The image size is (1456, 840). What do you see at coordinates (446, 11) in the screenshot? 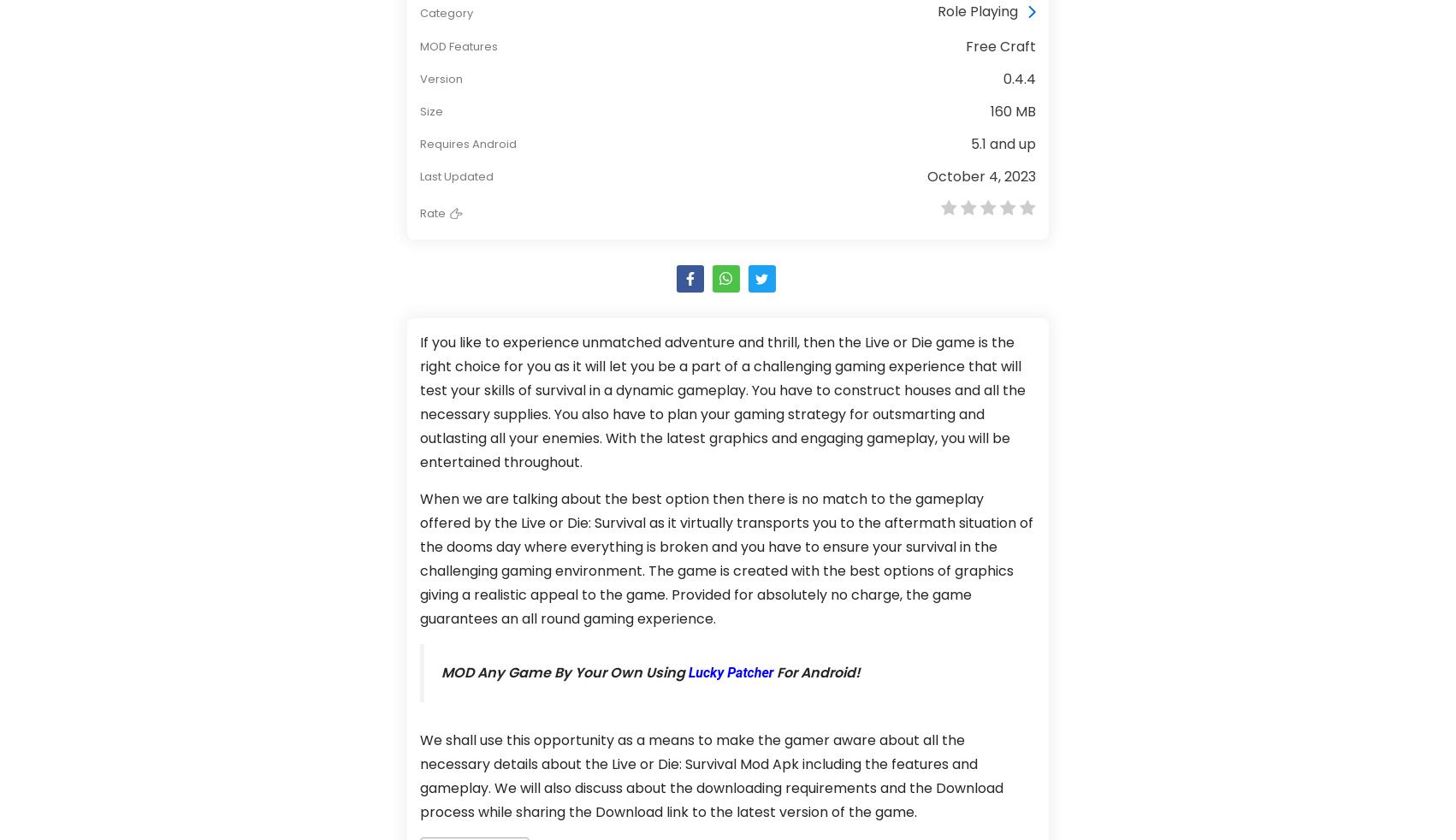
I see `'Category'` at bounding box center [446, 11].